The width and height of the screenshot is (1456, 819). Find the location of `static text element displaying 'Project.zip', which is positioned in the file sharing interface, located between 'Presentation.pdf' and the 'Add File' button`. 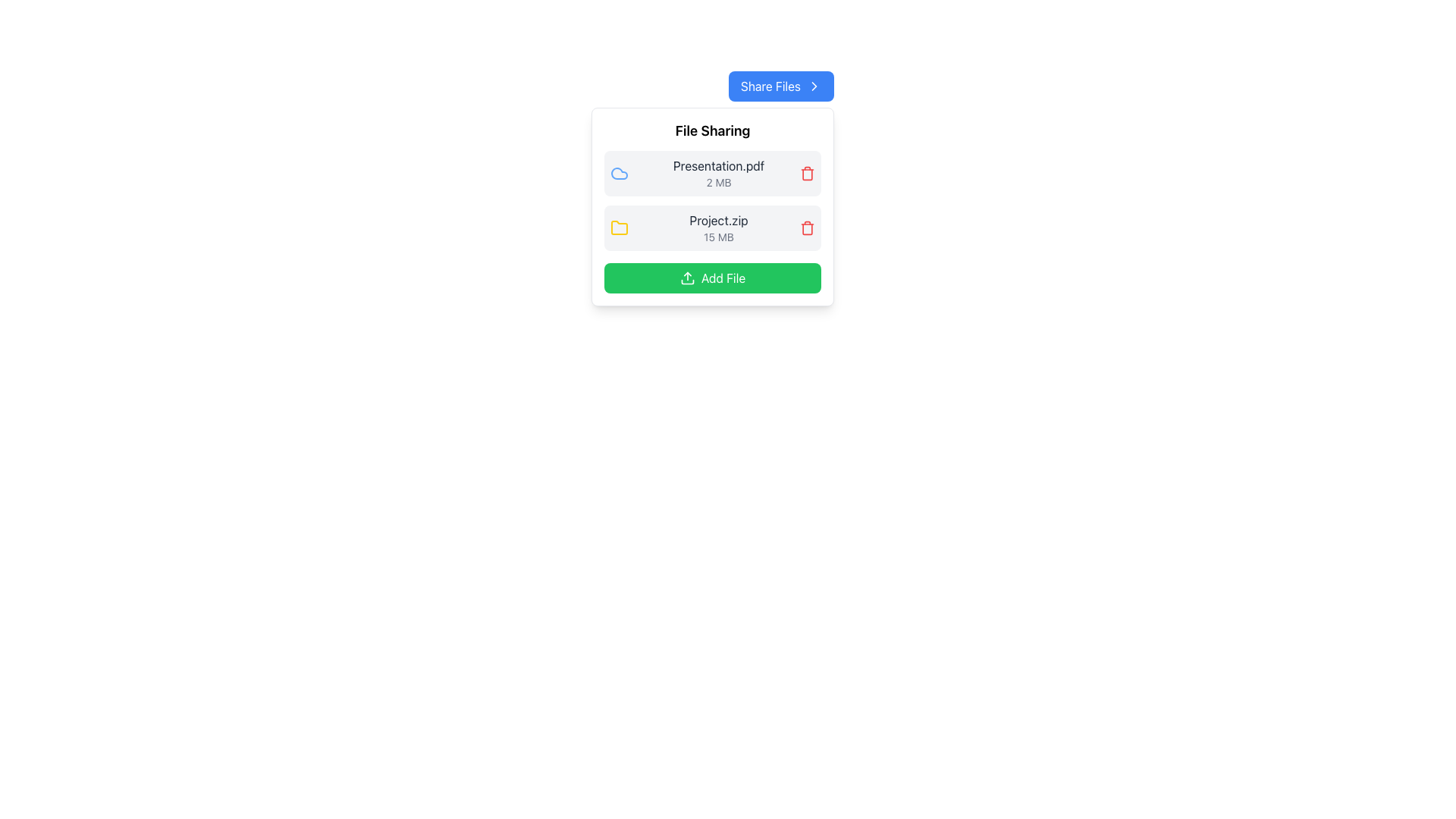

static text element displaying 'Project.zip', which is positioned in the file sharing interface, located between 'Presentation.pdf' and the 'Add File' button is located at coordinates (718, 220).